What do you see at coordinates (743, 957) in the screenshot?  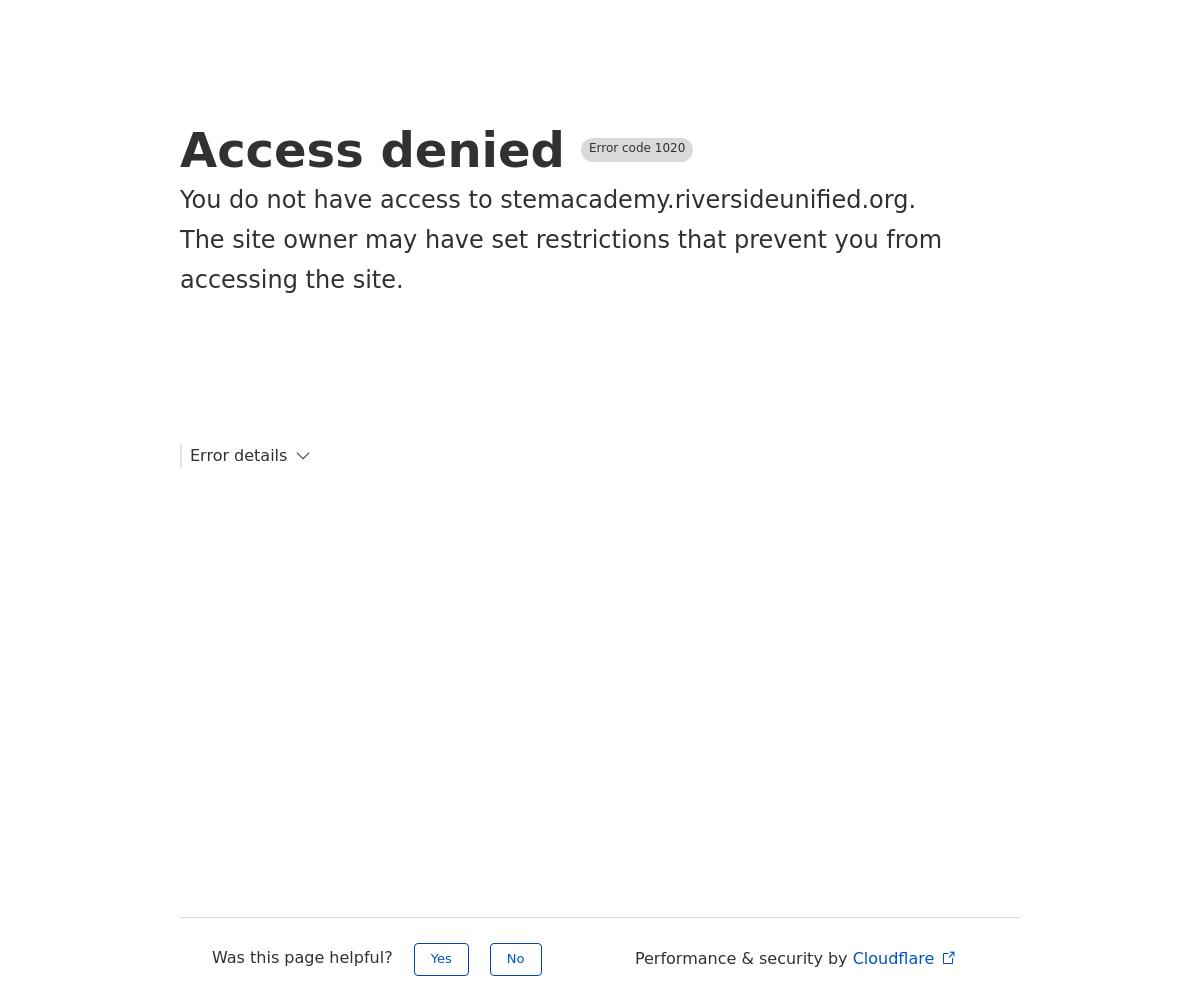 I see `'Performance & security by'` at bounding box center [743, 957].